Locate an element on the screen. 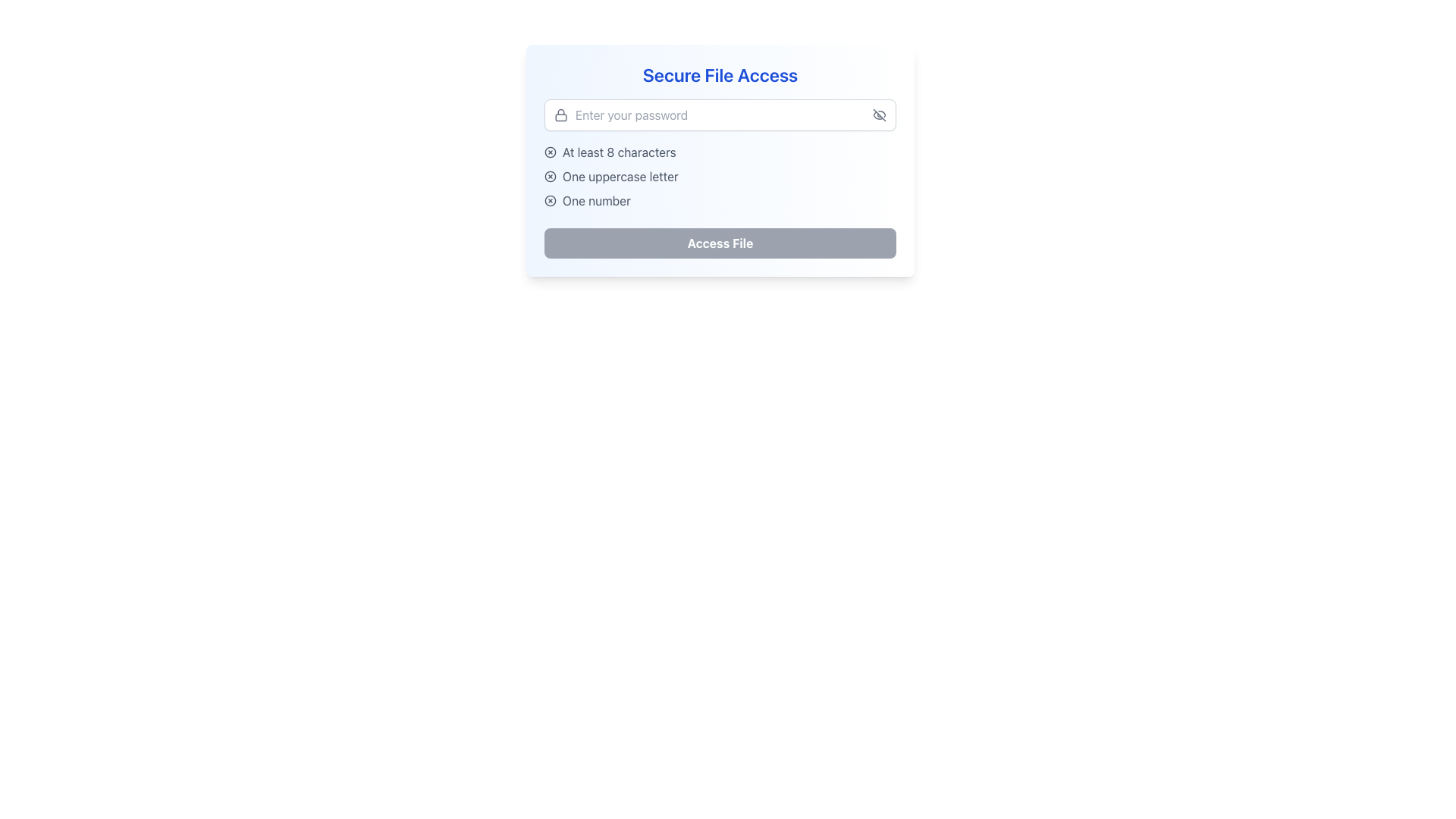 The width and height of the screenshot is (1456, 819). the third Text Label that describes the requirement for including at least one numeric character in the password, positioned below the 'One uppercase letter' item and above the 'Access File' button is located at coordinates (596, 200).